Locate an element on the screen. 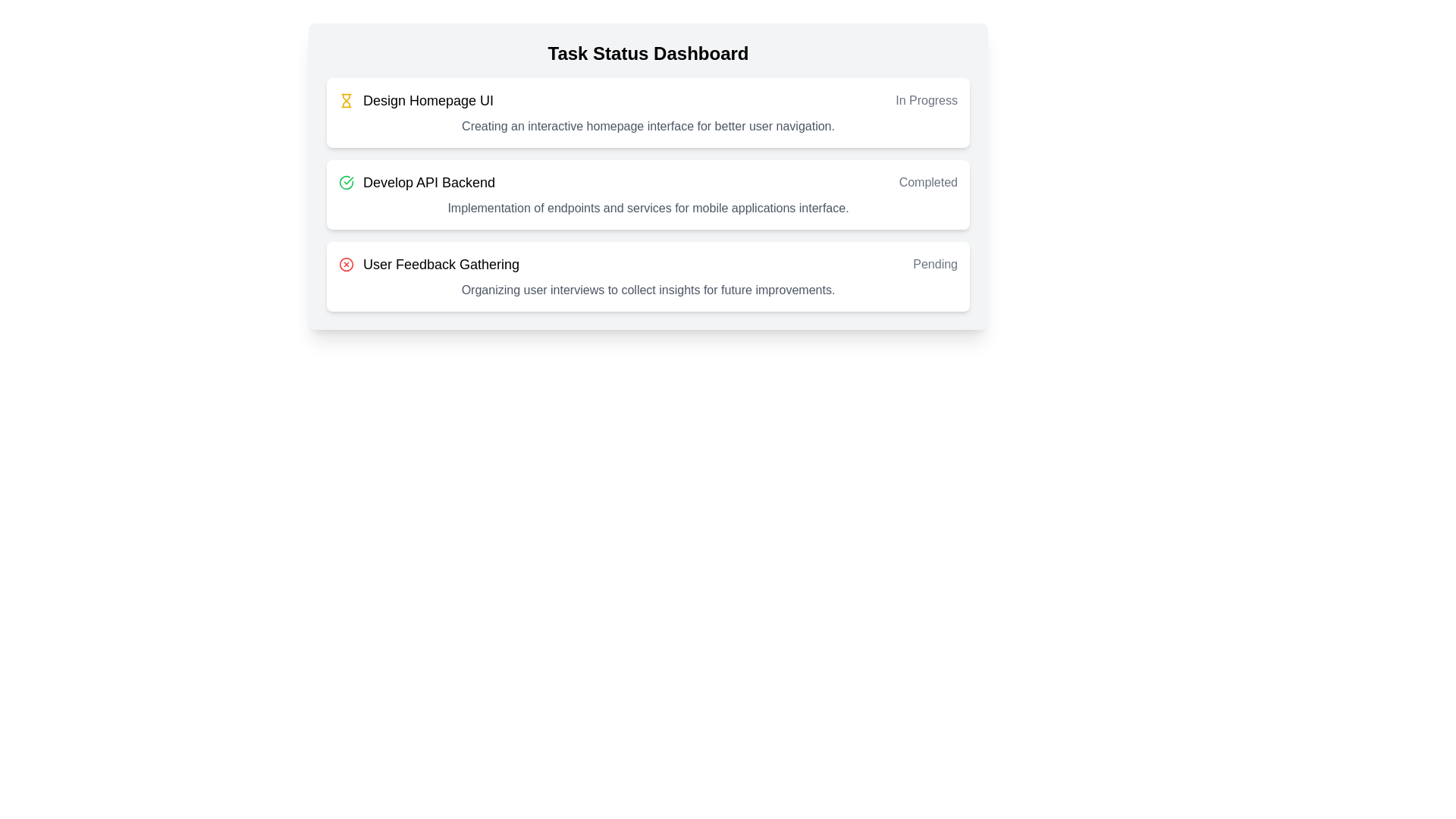 The height and width of the screenshot is (819, 1456). label of the task located as the second item under the 'Task Status Dashboard' header in the task management interface is located at coordinates (428, 181).